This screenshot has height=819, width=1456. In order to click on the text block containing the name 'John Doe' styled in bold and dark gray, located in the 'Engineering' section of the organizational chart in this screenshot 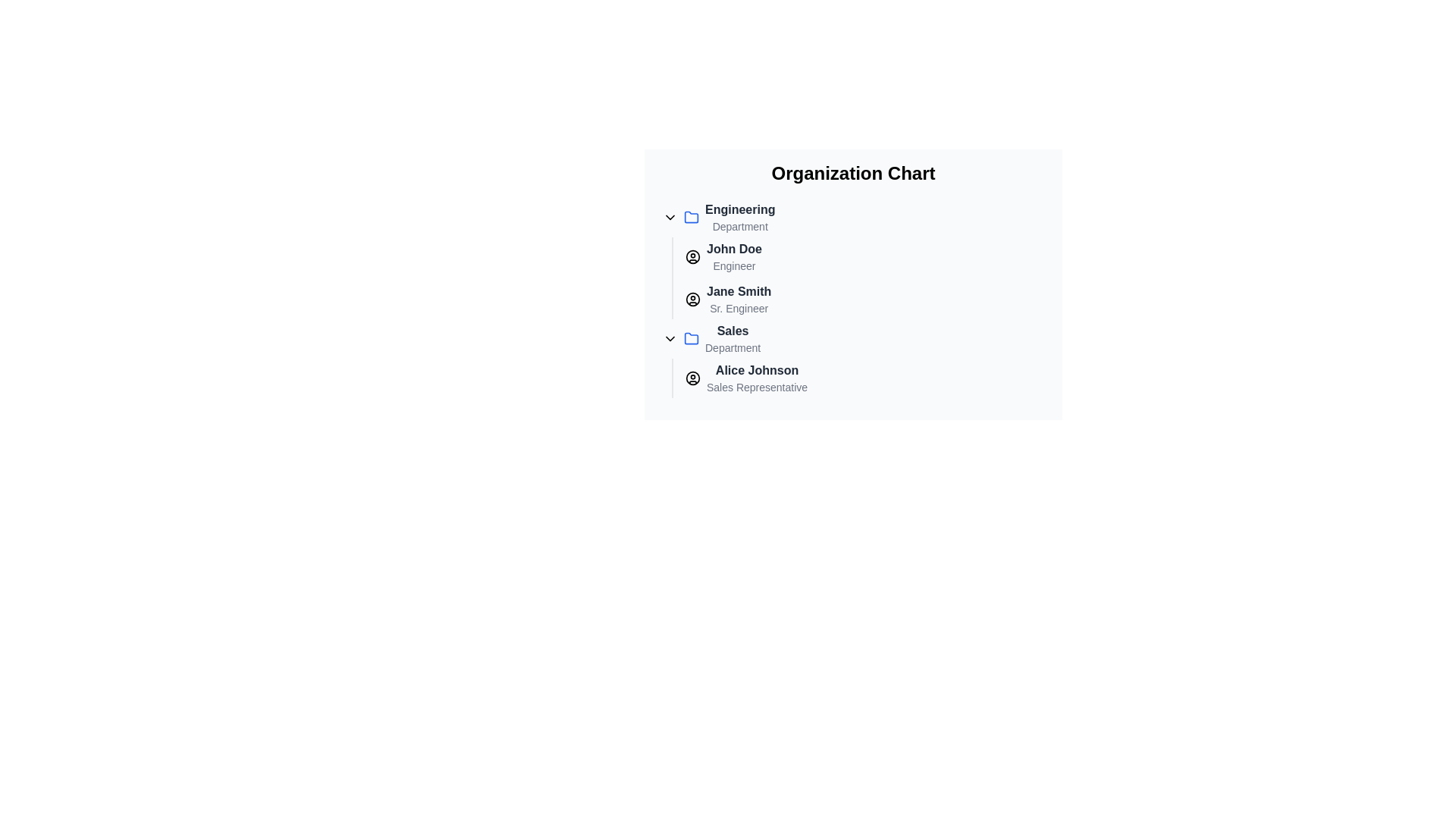, I will do `click(734, 256)`.